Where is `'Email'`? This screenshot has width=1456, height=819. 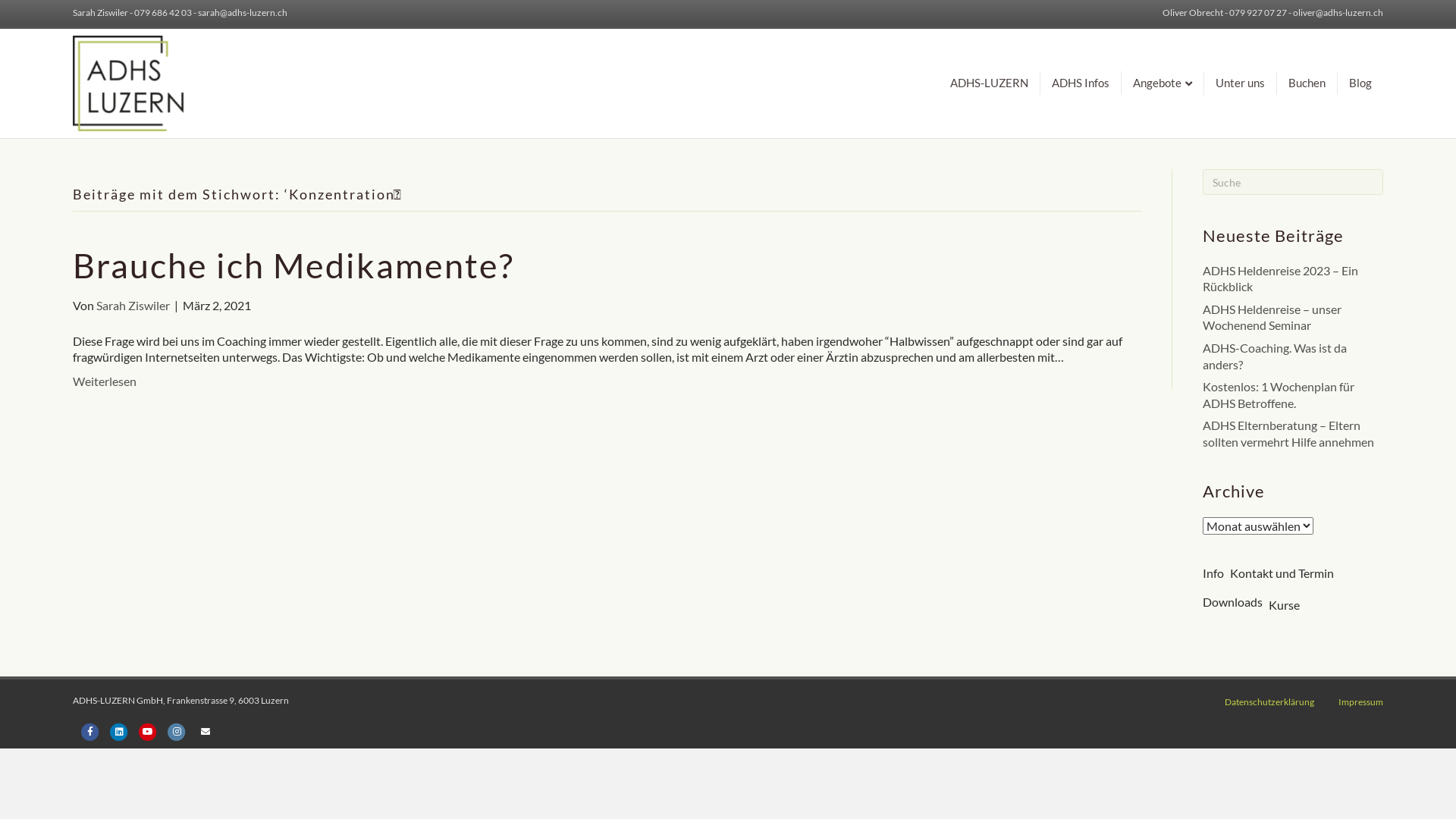 'Email' is located at coordinates (204, 730).